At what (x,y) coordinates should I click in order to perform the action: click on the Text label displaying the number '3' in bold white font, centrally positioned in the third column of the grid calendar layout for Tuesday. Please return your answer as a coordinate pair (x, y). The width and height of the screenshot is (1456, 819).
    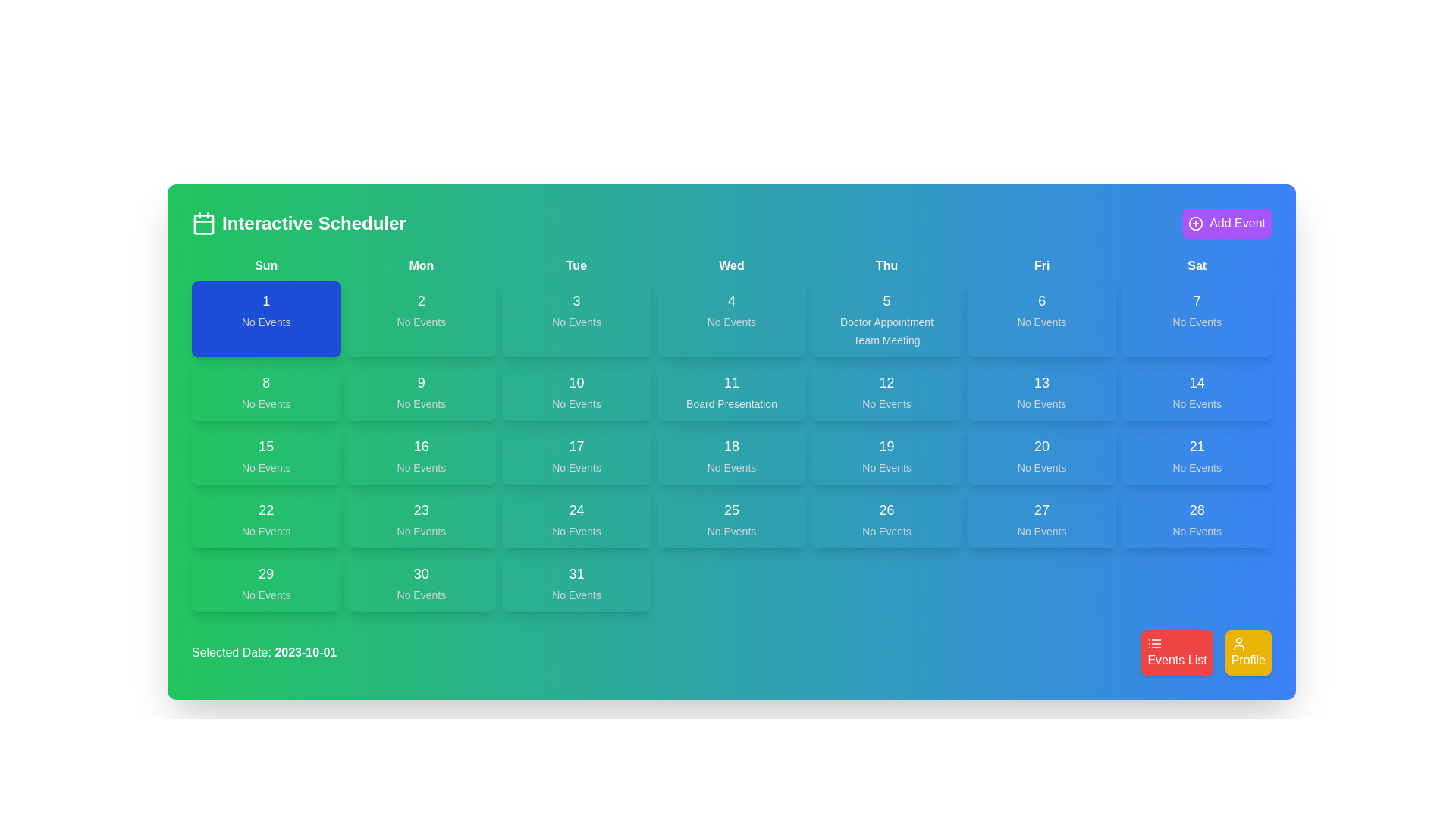
    Looking at the image, I should click on (576, 301).